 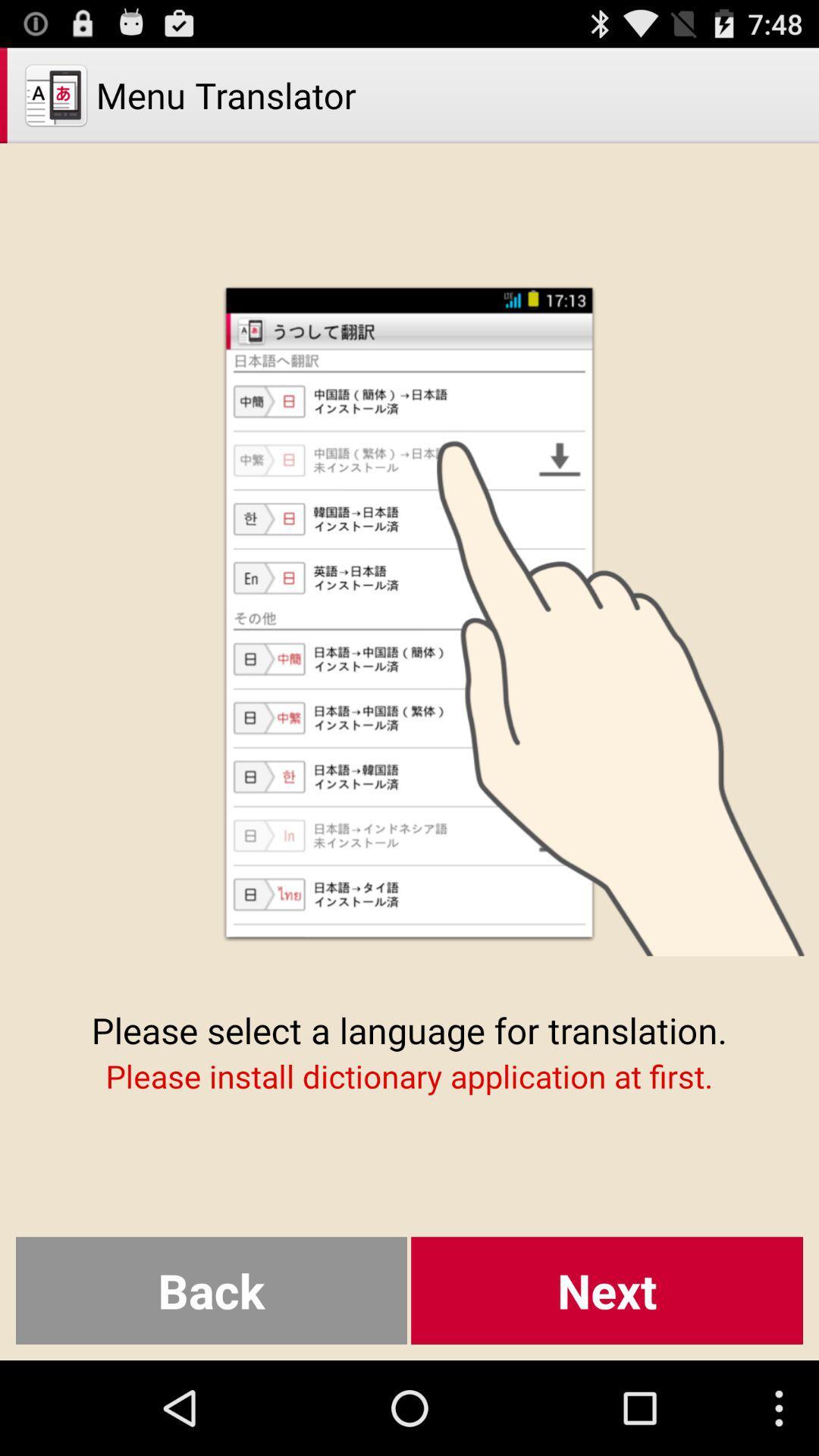 What do you see at coordinates (211, 1290) in the screenshot?
I see `the button next to the next item` at bounding box center [211, 1290].